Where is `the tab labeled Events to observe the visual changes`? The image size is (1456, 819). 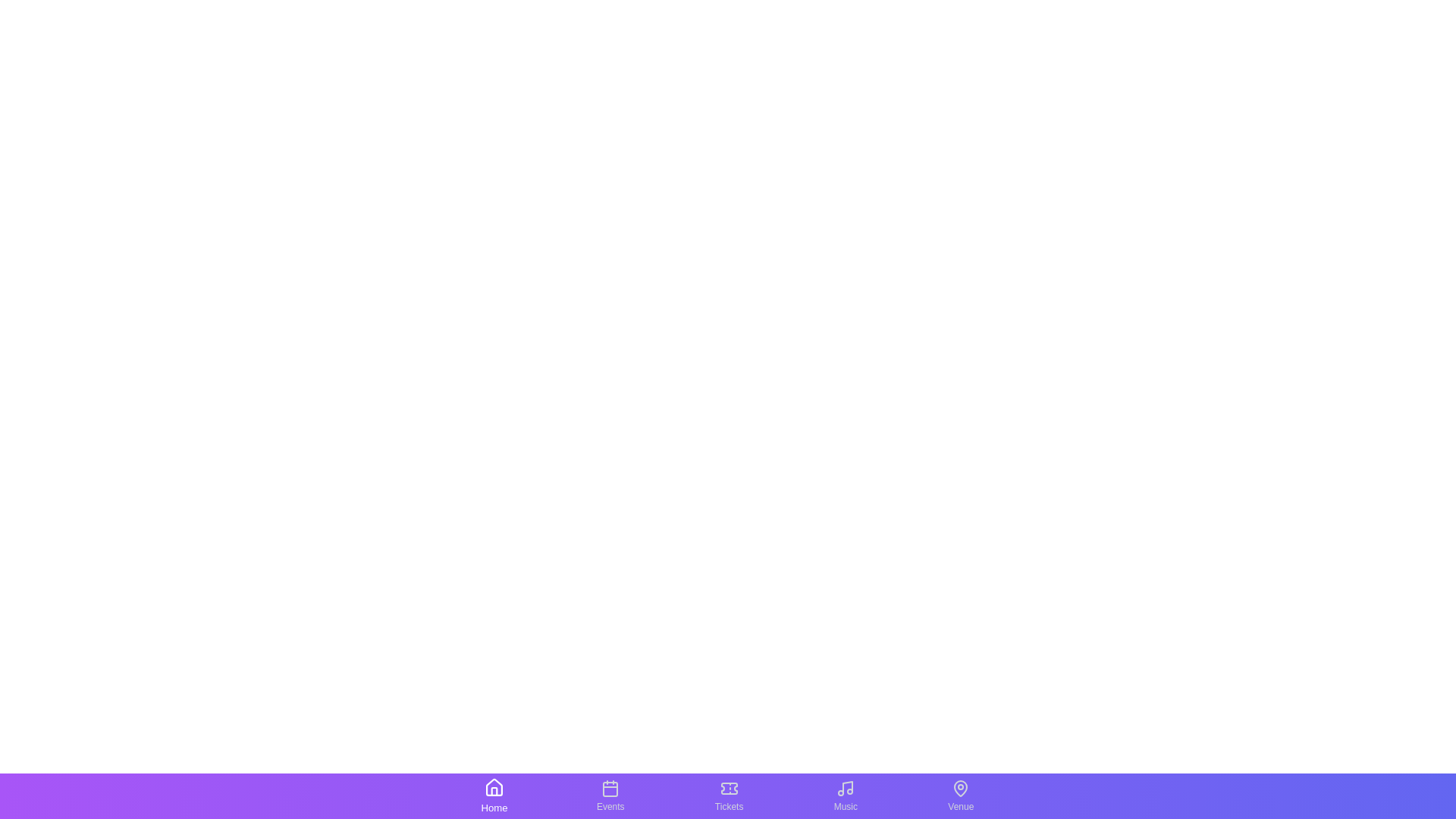
the tab labeled Events to observe the visual changes is located at coordinates (610, 795).